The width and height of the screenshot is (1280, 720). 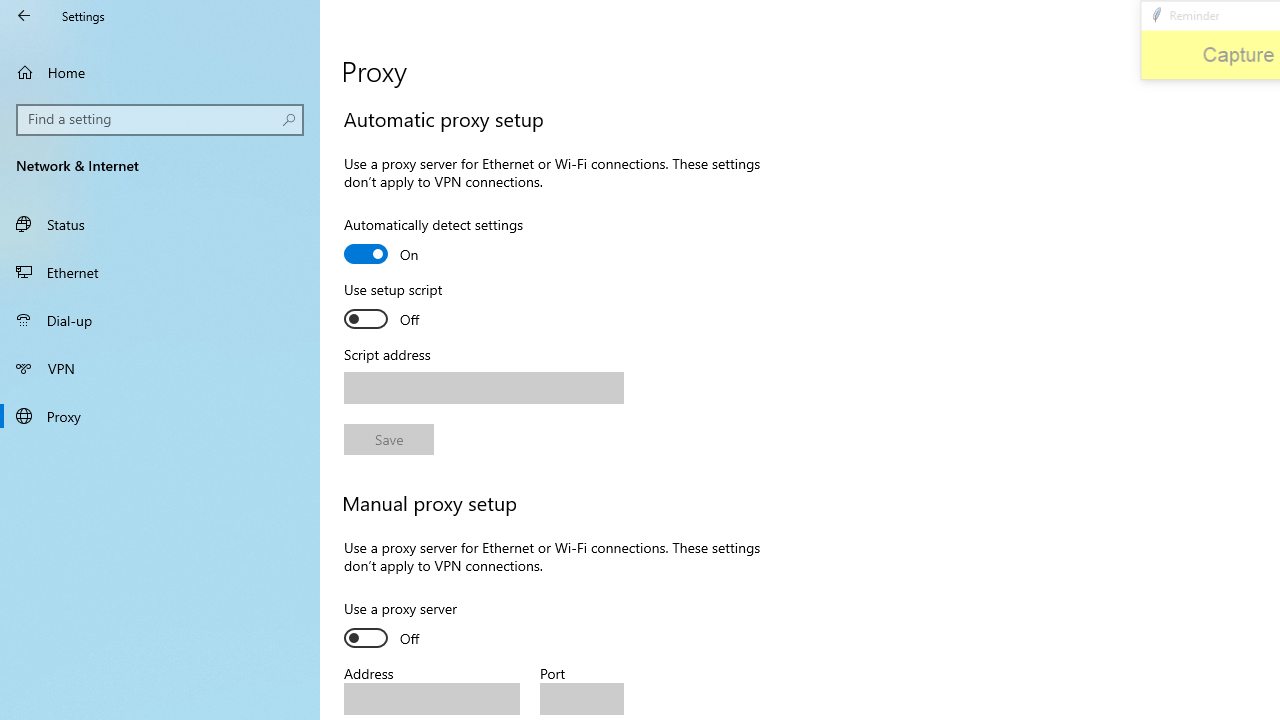 What do you see at coordinates (581, 698) in the screenshot?
I see `'Port'` at bounding box center [581, 698].